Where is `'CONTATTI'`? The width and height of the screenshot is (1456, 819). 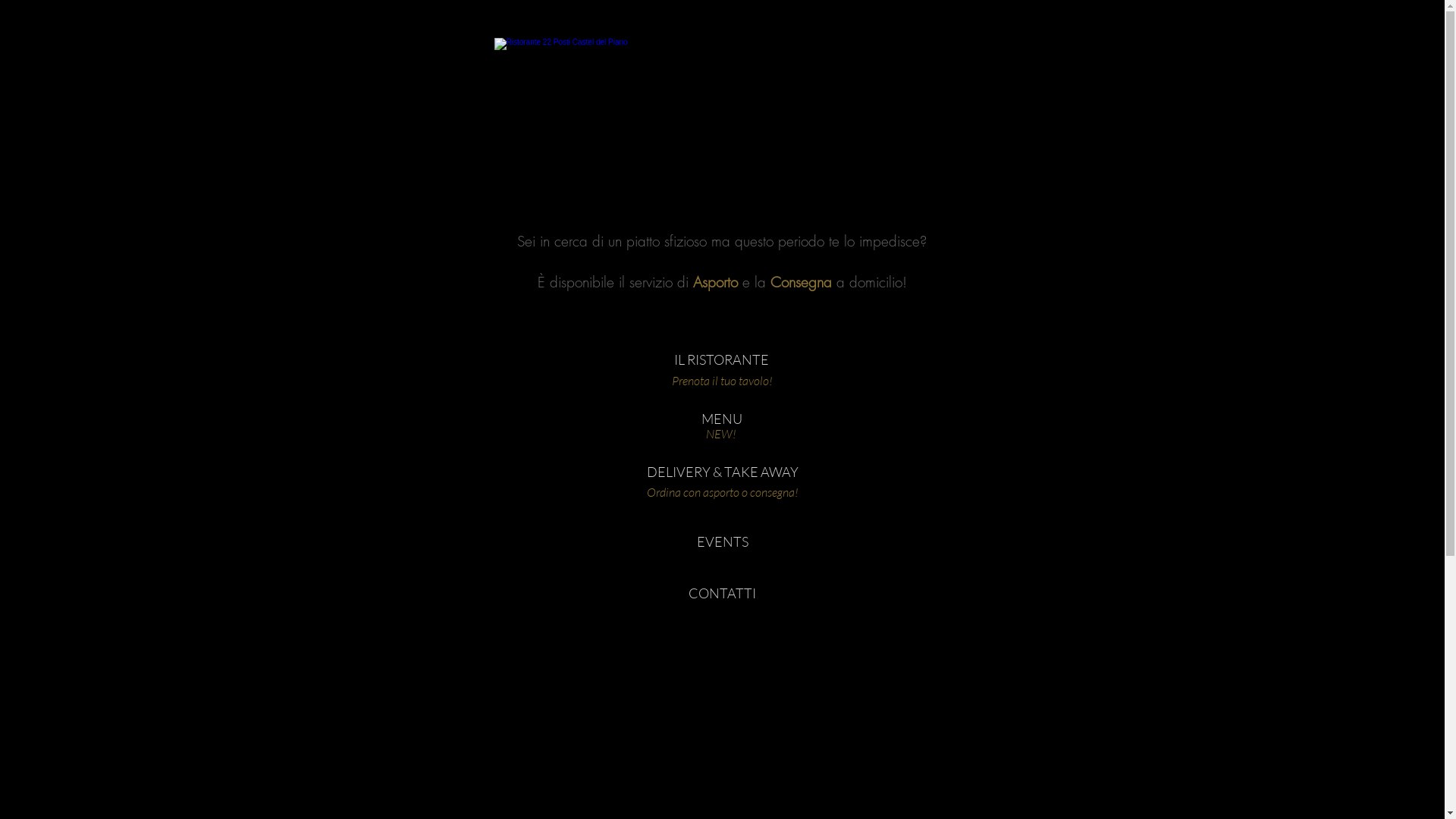 'CONTATTI' is located at coordinates (720, 593).